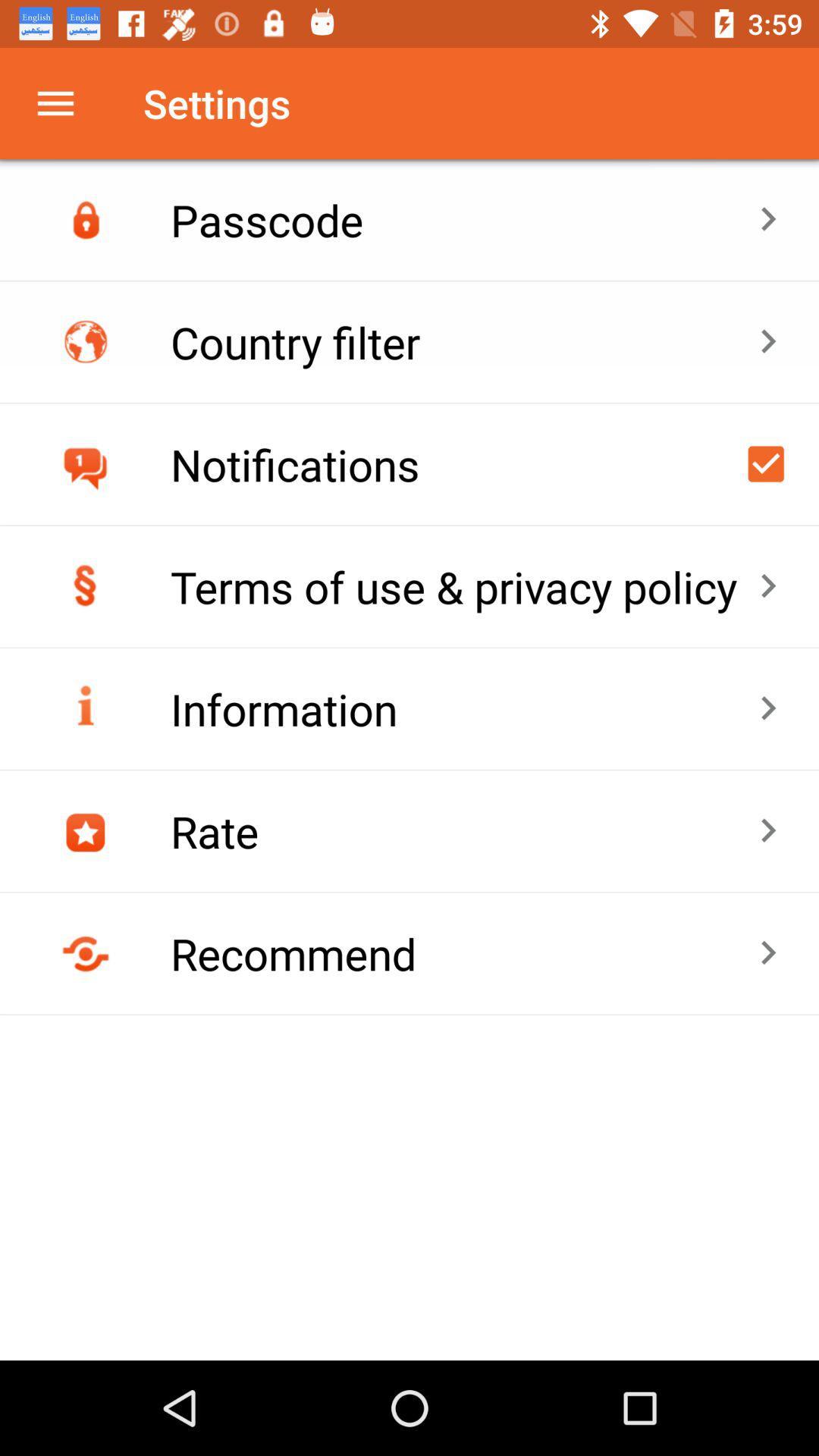 This screenshot has width=819, height=1456. Describe the element at coordinates (463, 952) in the screenshot. I see `the icon below rate` at that location.